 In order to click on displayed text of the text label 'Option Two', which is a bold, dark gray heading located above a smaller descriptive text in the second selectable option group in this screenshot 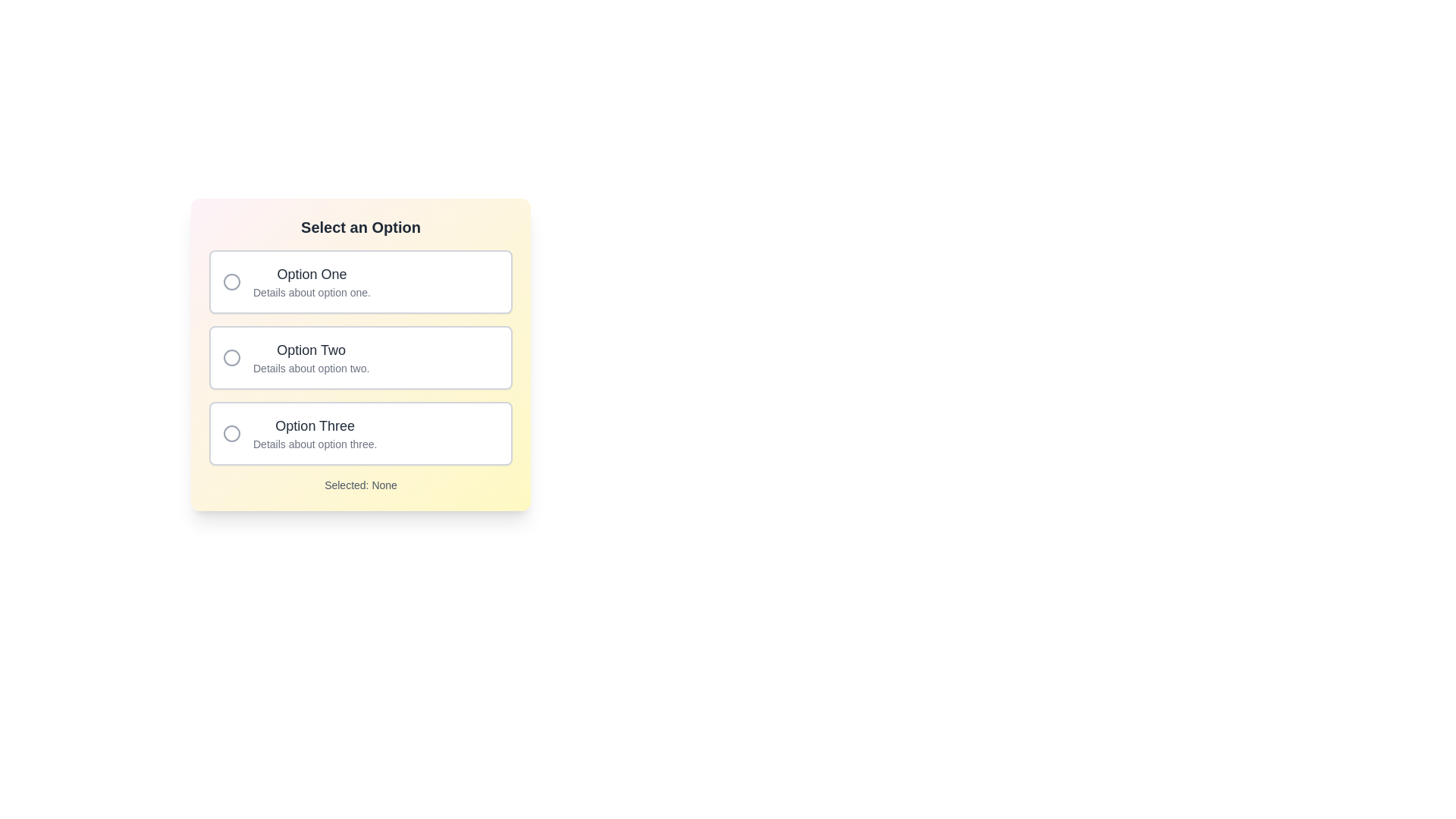, I will do `click(310, 350)`.